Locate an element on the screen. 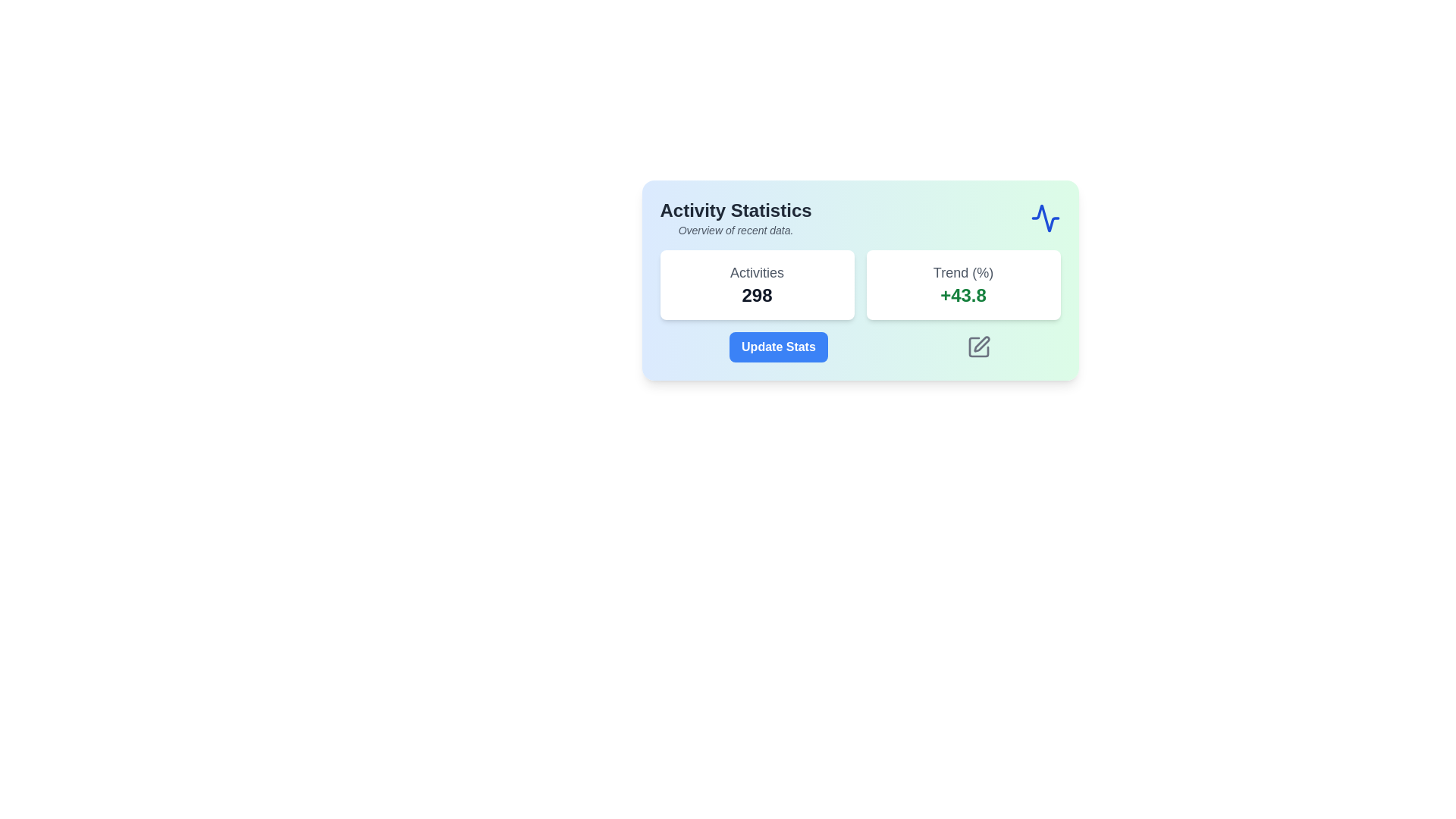 This screenshot has height=819, width=1456. the Text label that indicates the count of activities, located below the 'Activities' text within the left card of the 'Activity Statistics' panel is located at coordinates (757, 295).